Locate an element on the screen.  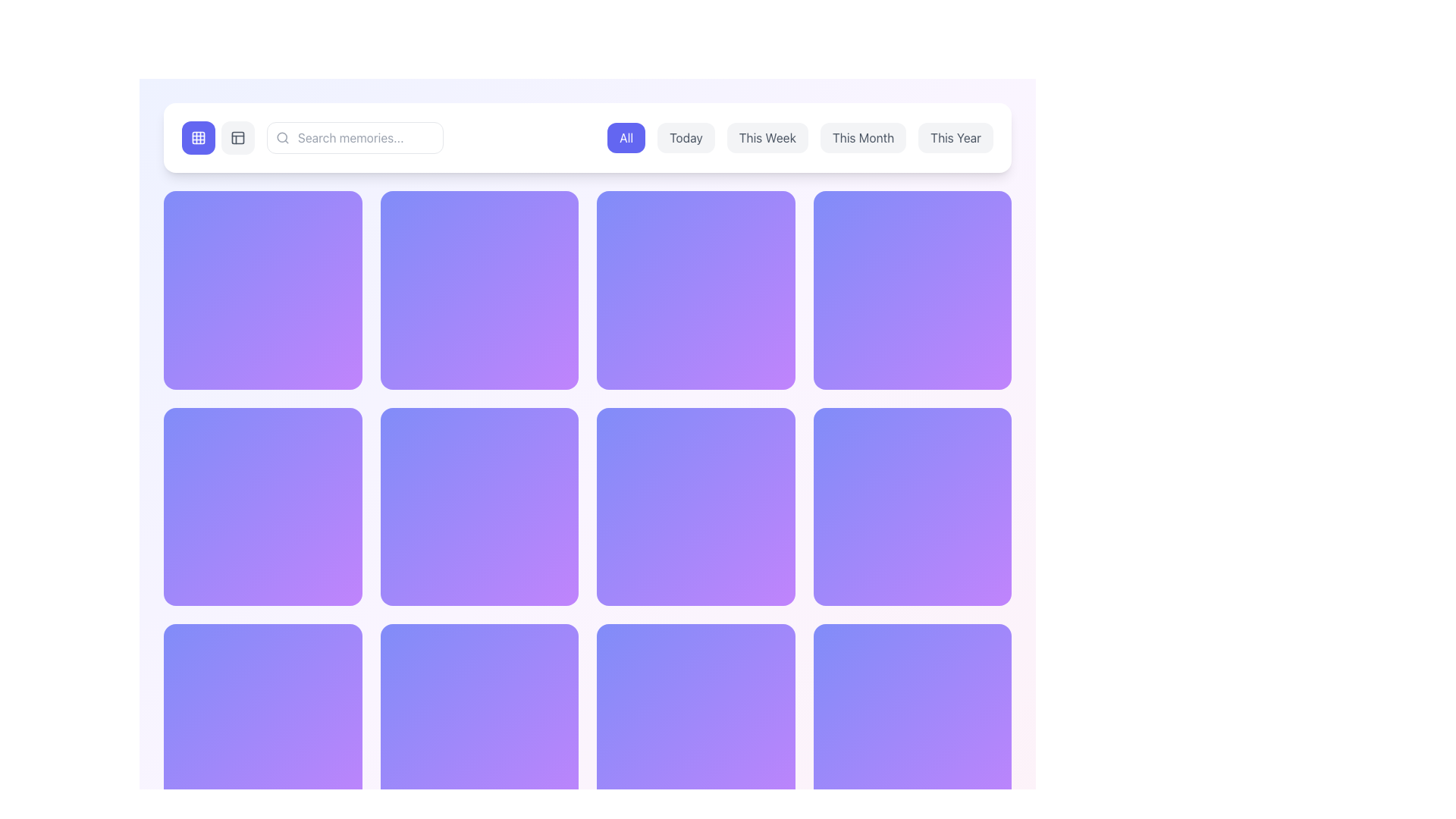
the displayed timestamp and metadata indicator located at the bottom-left of the grid structure, which shows the date '2024-02-28' and the number '18' is located at coordinates (430, 792).